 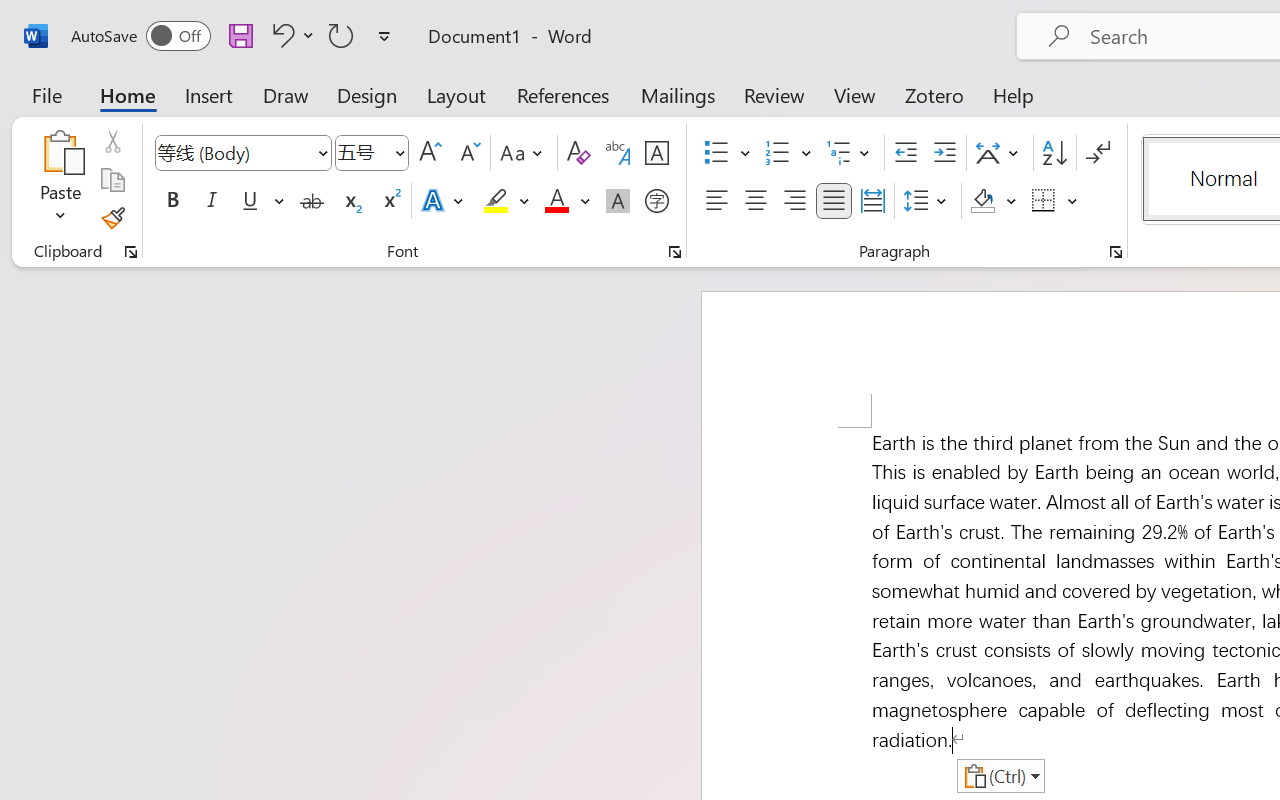 What do you see at coordinates (1000, 775) in the screenshot?
I see `'Action: Paste alternatives'` at bounding box center [1000, 775].